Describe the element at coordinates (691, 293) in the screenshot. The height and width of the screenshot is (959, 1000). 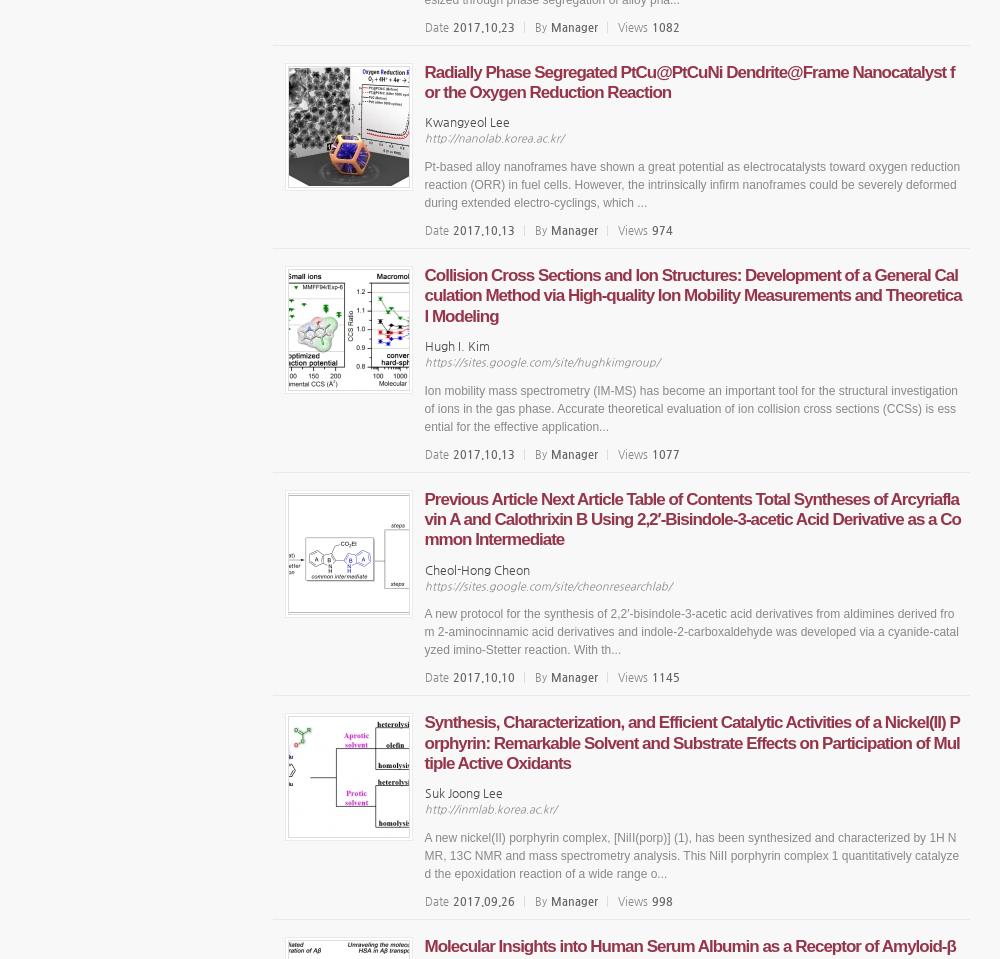
I see `'Collision Cross Sections and Ion Structures: Development of a General Calculation Method via High-quality Ion Mobility Measurements and Theoretical Modeling'` at that location.